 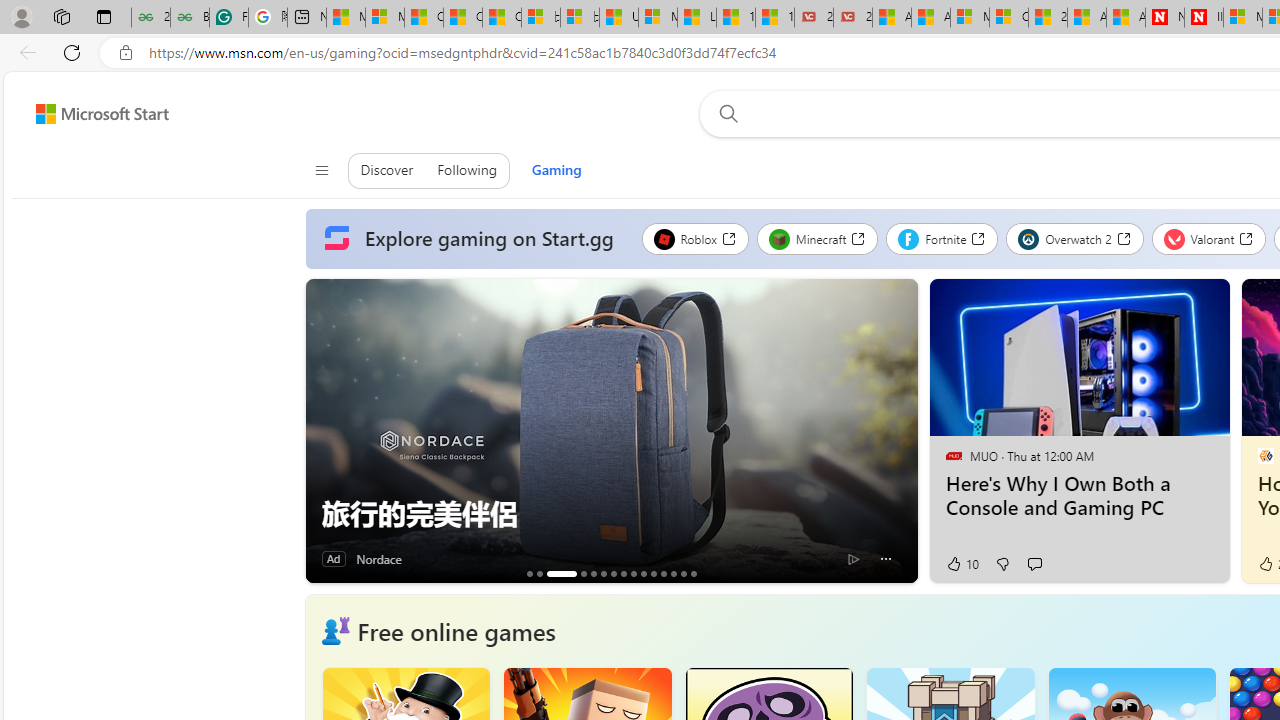 I want to click on 'Fortnite', so click(x=941, y=238).